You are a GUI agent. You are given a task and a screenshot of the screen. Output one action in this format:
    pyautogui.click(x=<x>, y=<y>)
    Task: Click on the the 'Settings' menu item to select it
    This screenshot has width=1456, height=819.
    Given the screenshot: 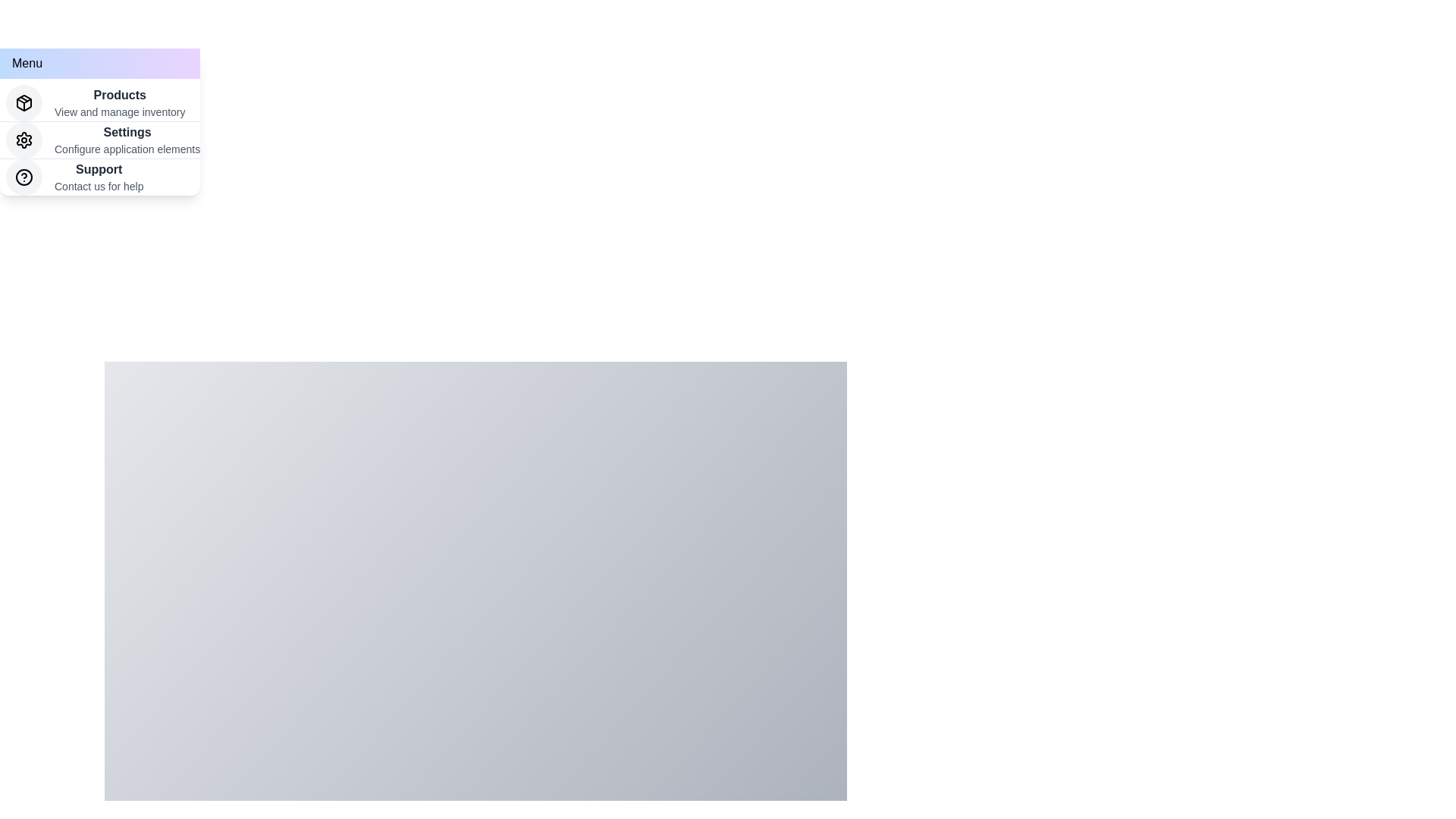 What is the action you would take?
    pyautogui.click(x=99, y=131)
    